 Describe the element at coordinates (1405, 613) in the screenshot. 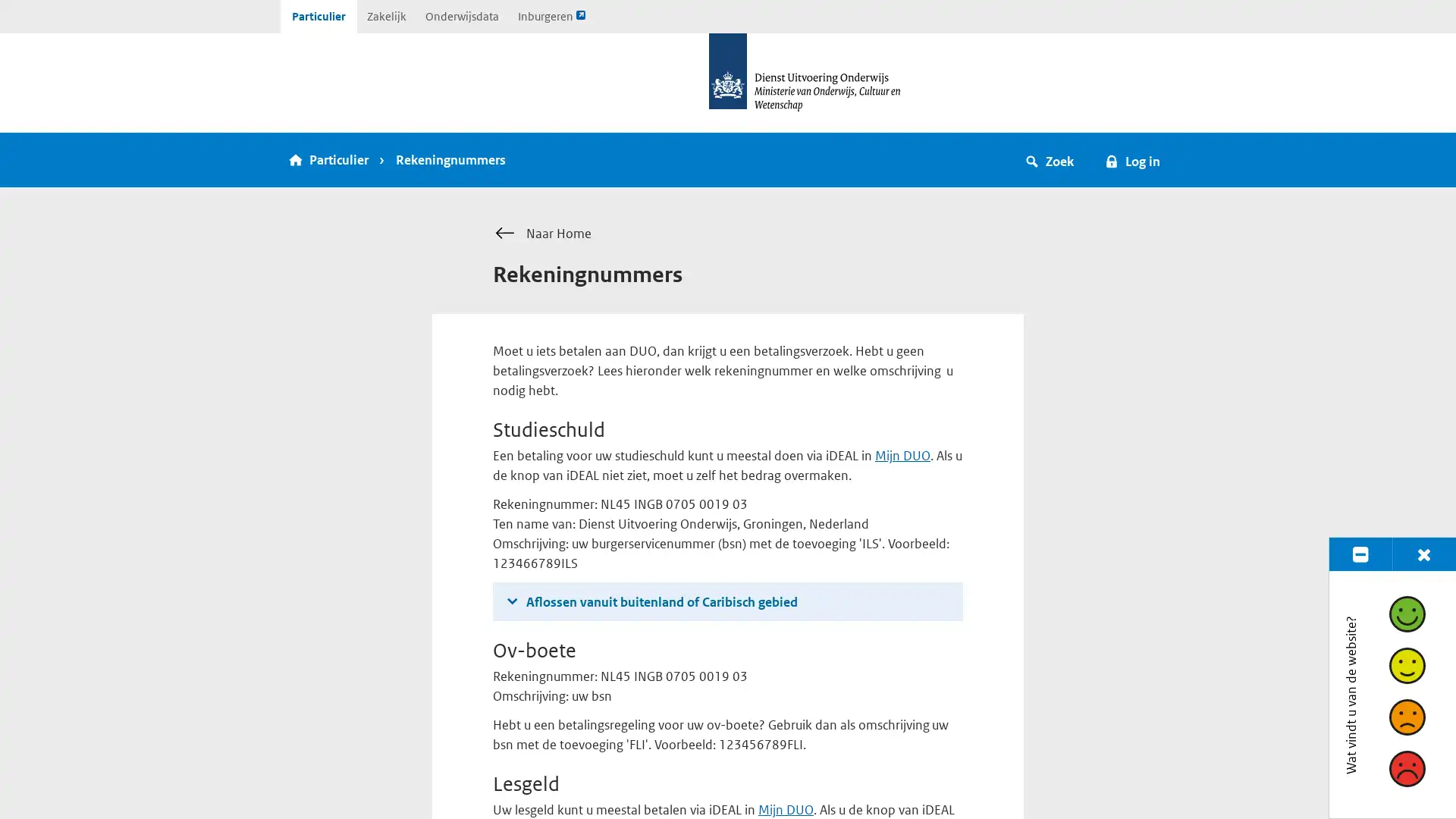

I see `Goed` at that location.